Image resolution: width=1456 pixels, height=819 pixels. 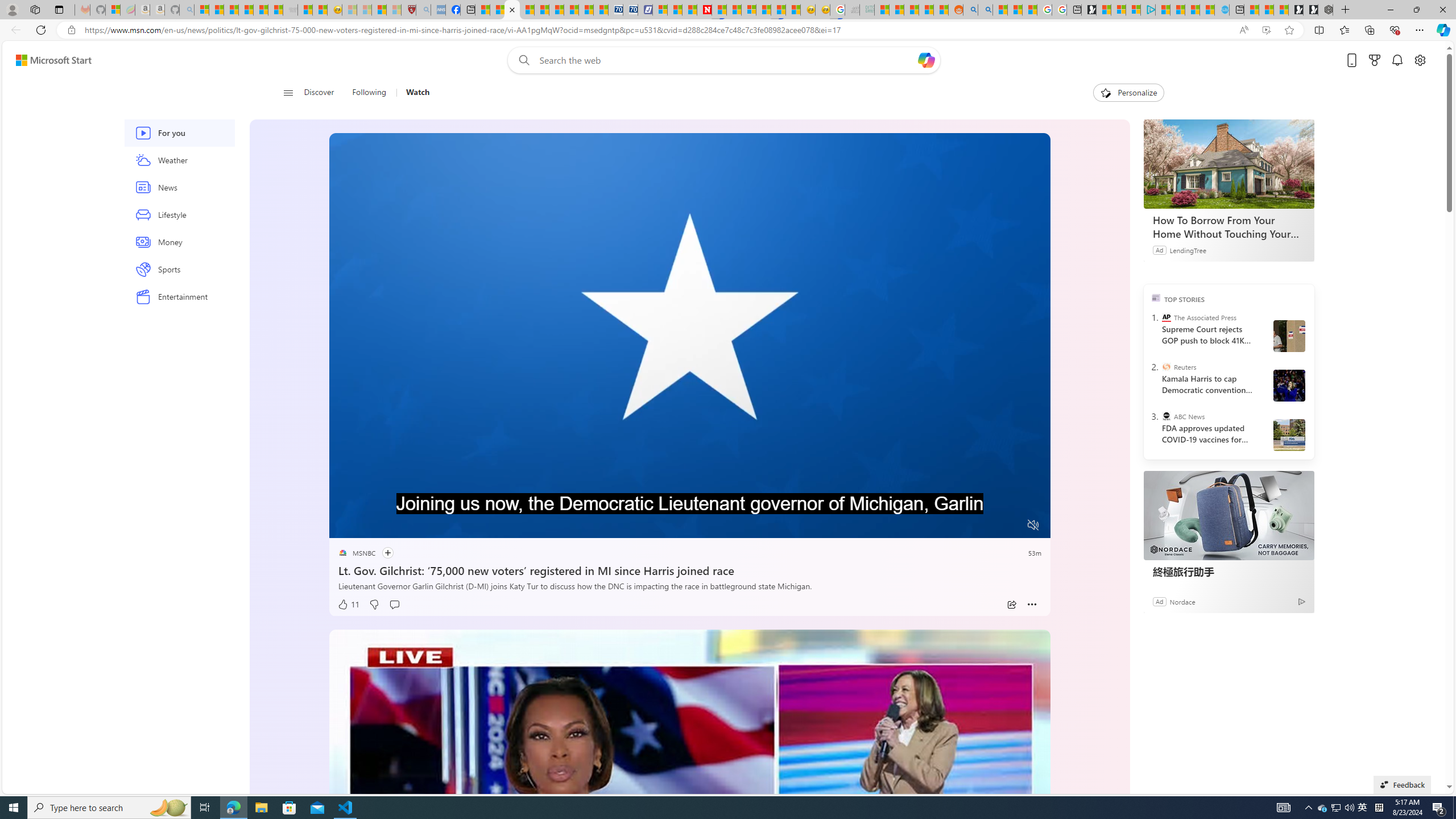 What do you see at coordinates (988, 525) in the screenshot?
I see `'Captions'` at bounding box center [988, 525].